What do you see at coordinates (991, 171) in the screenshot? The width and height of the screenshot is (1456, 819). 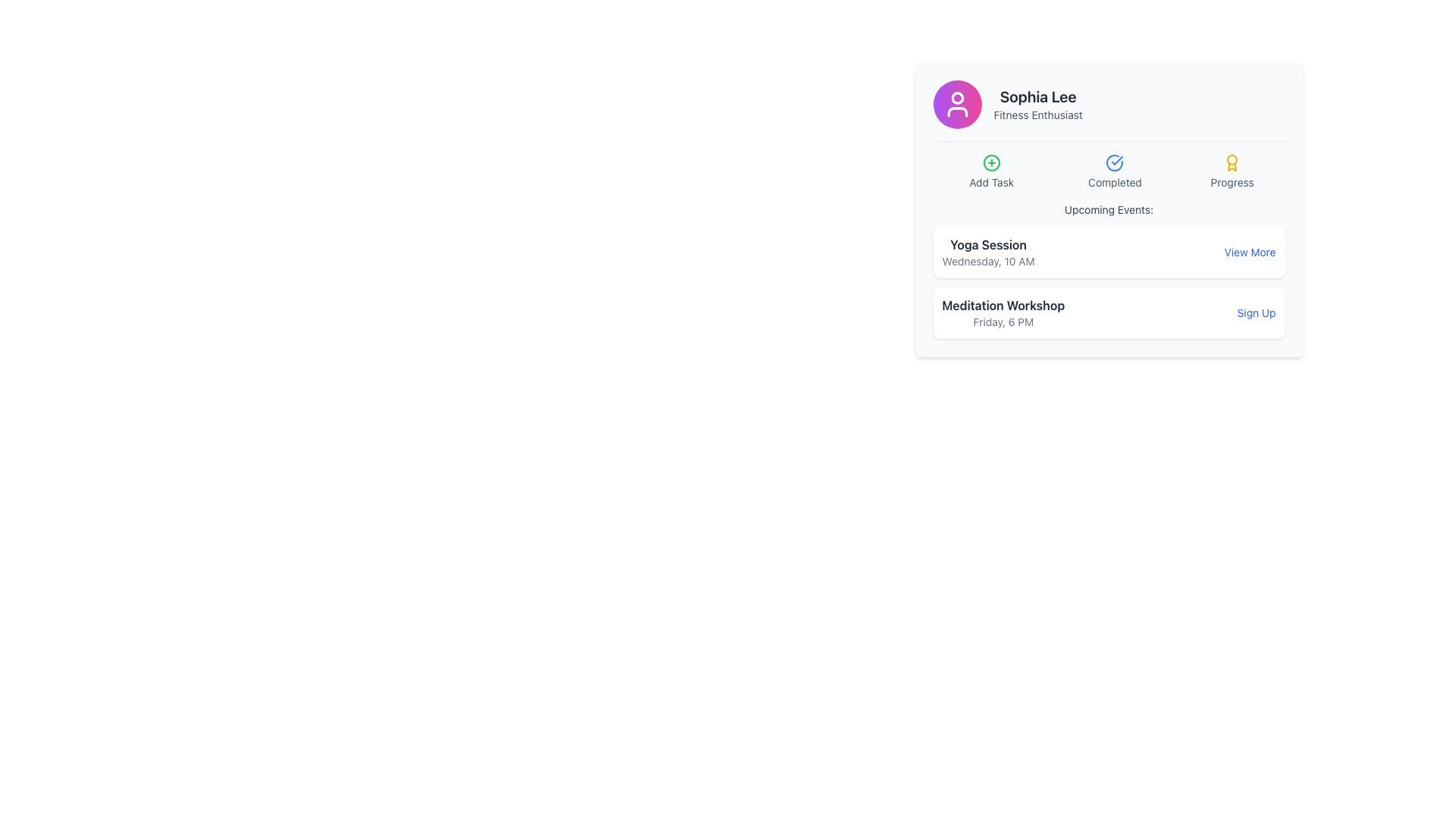 I see `the circular green '+' button labeled 'Add Task'` at bounding box center [991, 171].